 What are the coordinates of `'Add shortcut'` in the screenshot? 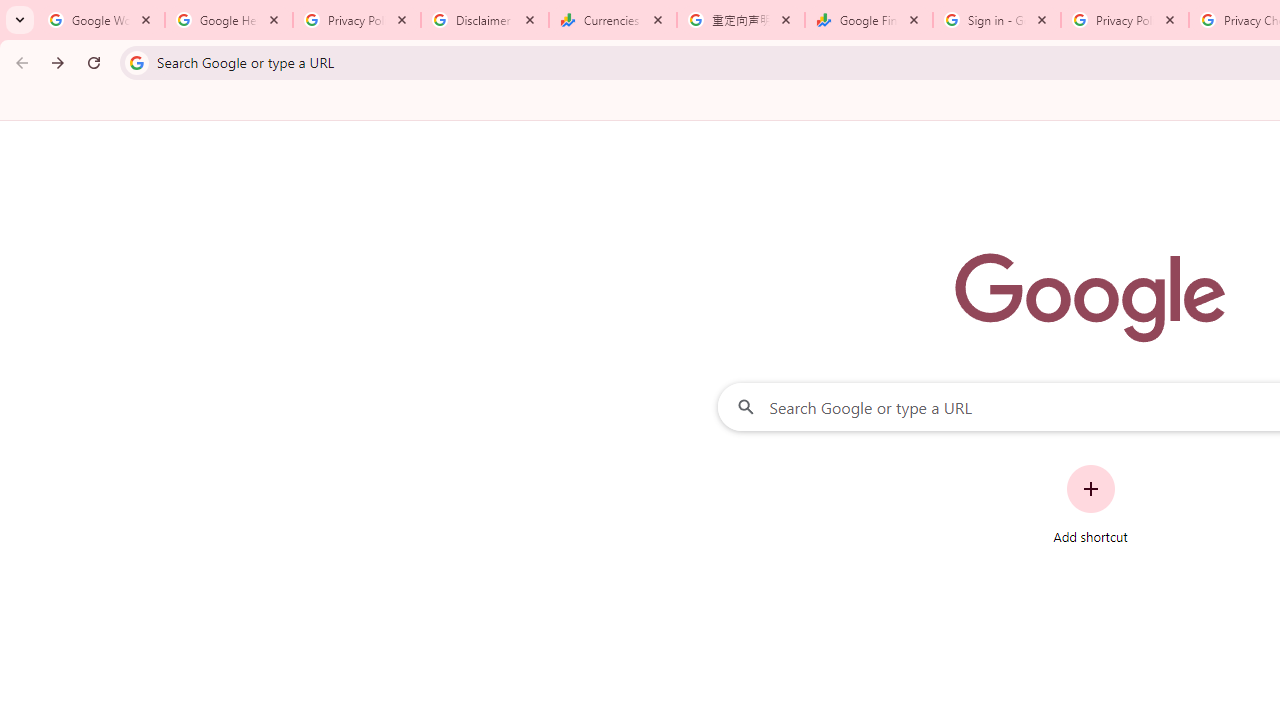 It's located at (1089, 504).